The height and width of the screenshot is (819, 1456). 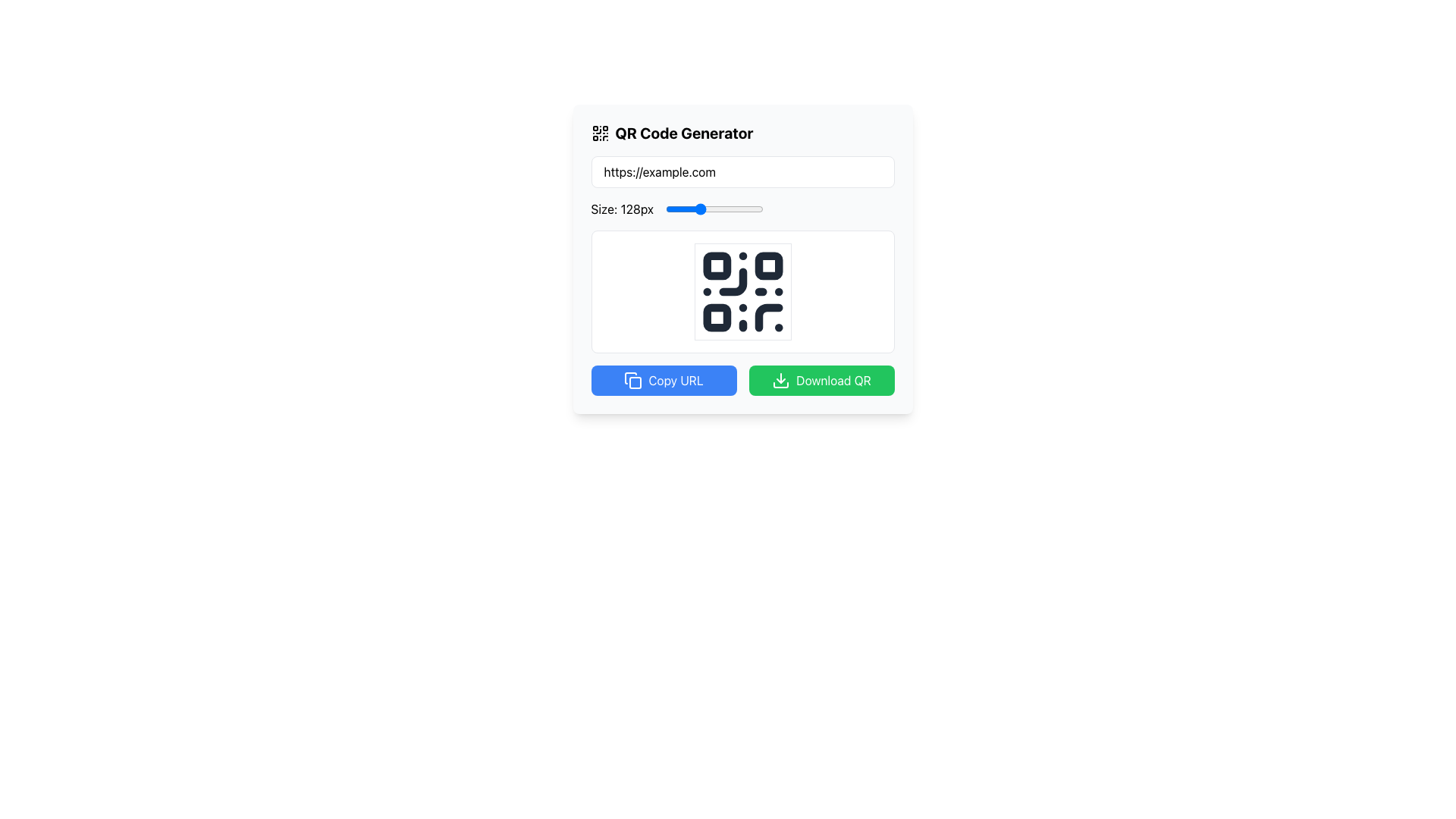 What do you see at coordinates (686, 209) in the screenshot?
I see `the size` at bounding box center [686, 209].